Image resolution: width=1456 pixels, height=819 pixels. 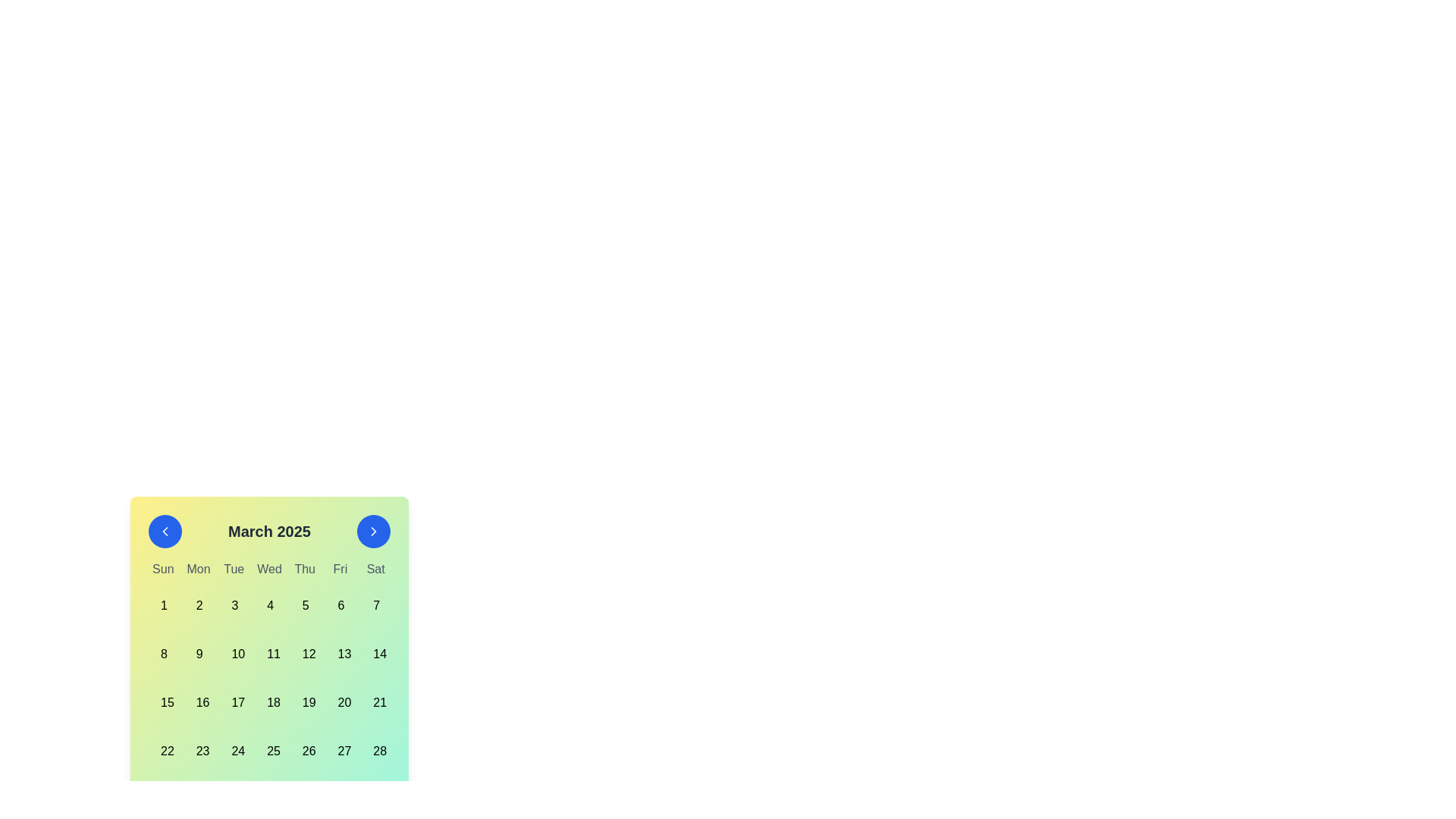 I want to click on the clickable calendar day box located in the third row and fifth column of the calendar grid, beneath the 'Thu' column, so click(x=304, y=654).